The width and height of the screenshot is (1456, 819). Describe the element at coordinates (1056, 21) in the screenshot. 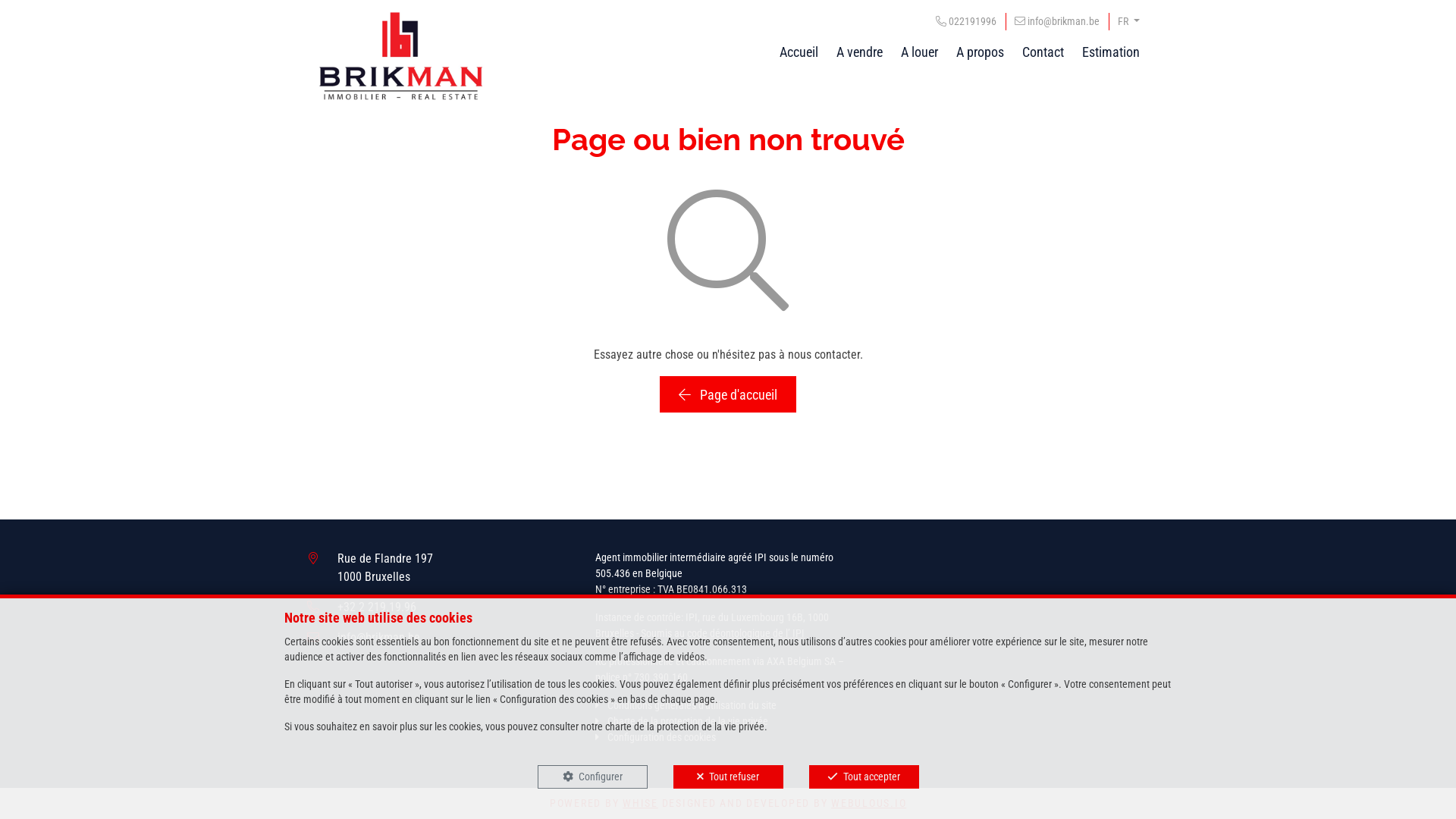

I see `'info@brikman.be'` at that location.